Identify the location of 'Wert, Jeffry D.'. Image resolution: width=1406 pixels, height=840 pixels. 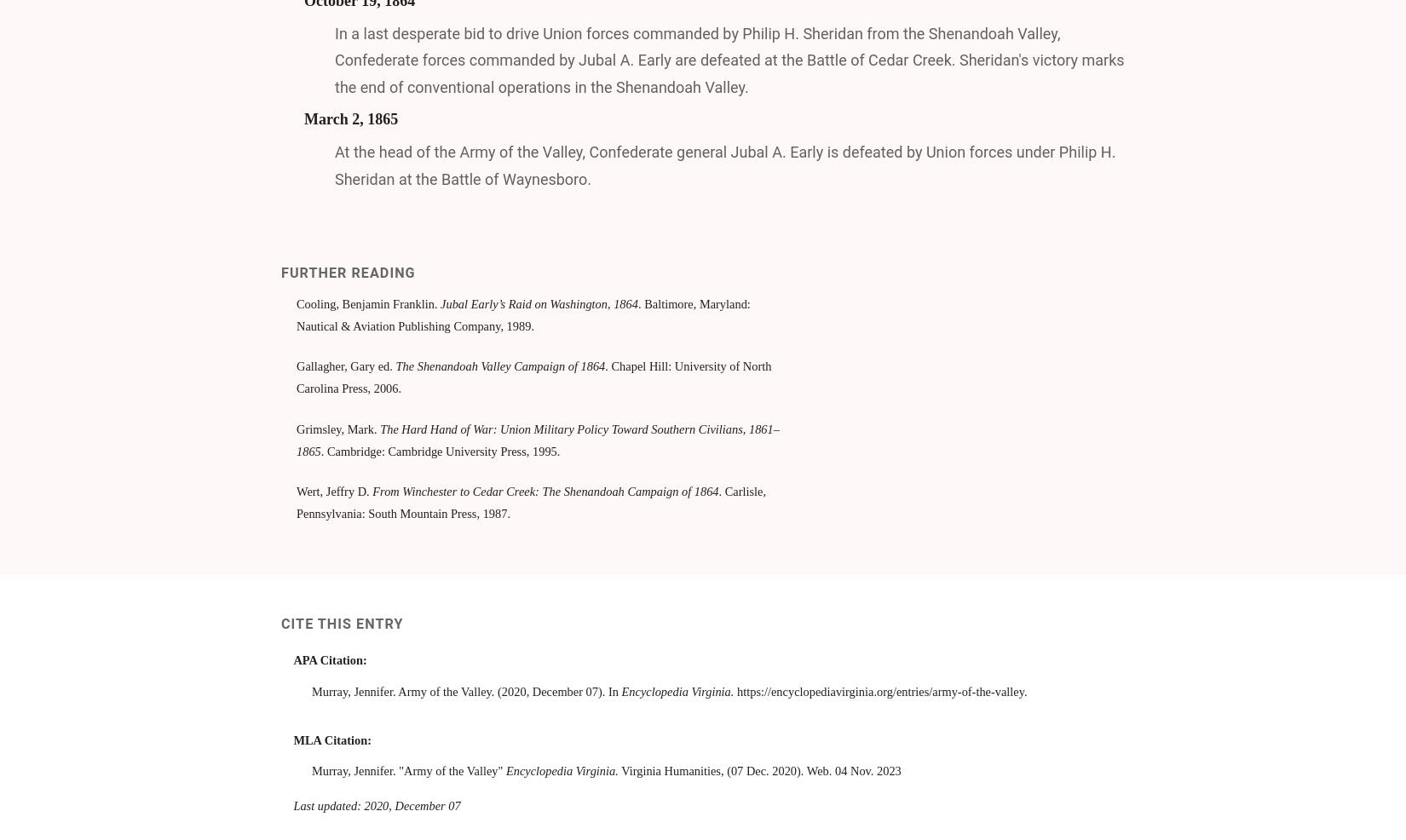
(334, 492).